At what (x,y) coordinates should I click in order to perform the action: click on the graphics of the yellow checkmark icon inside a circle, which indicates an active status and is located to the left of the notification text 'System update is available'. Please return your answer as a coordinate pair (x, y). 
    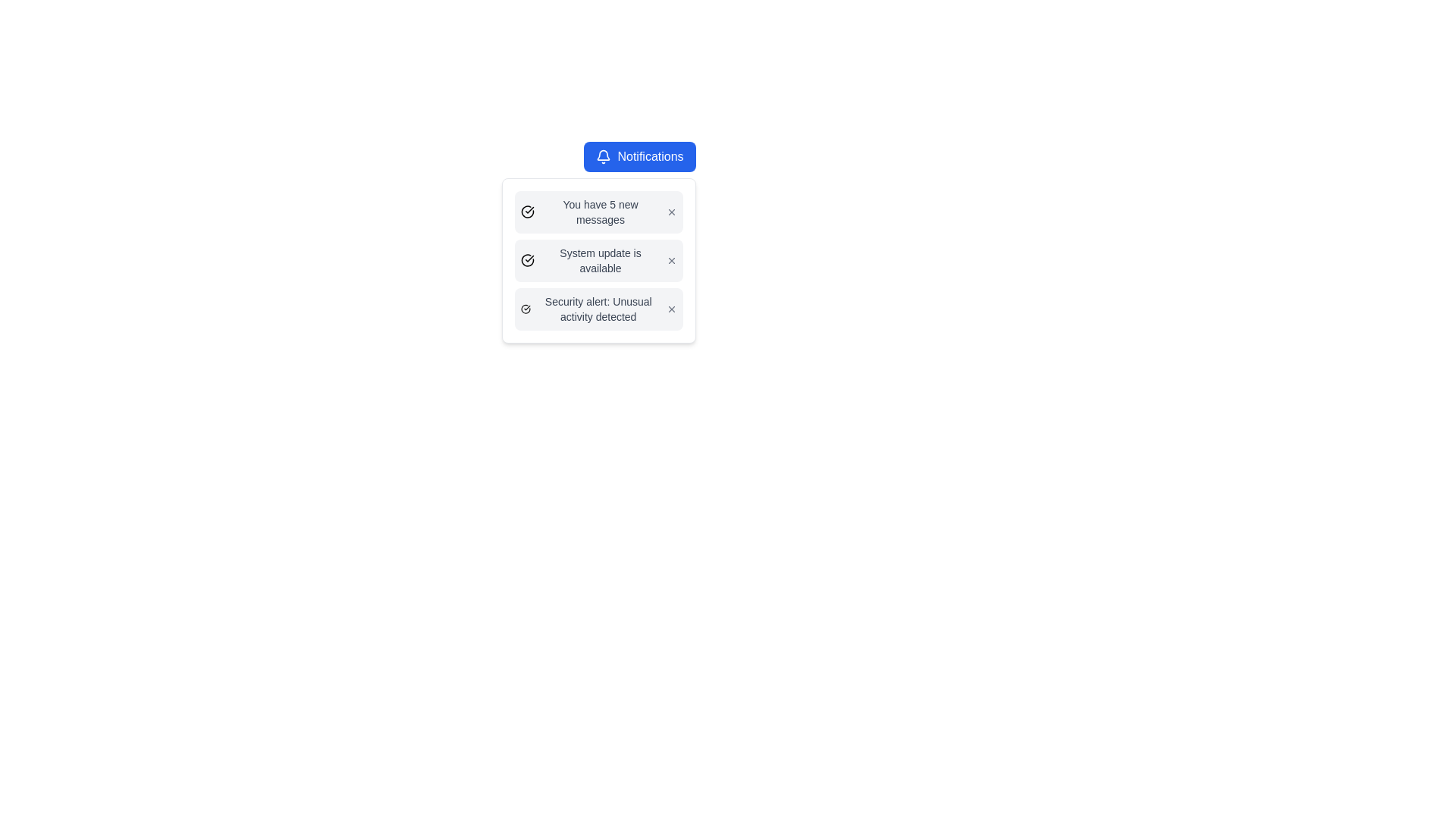
    Looking at the image, I should click on (528, 259).